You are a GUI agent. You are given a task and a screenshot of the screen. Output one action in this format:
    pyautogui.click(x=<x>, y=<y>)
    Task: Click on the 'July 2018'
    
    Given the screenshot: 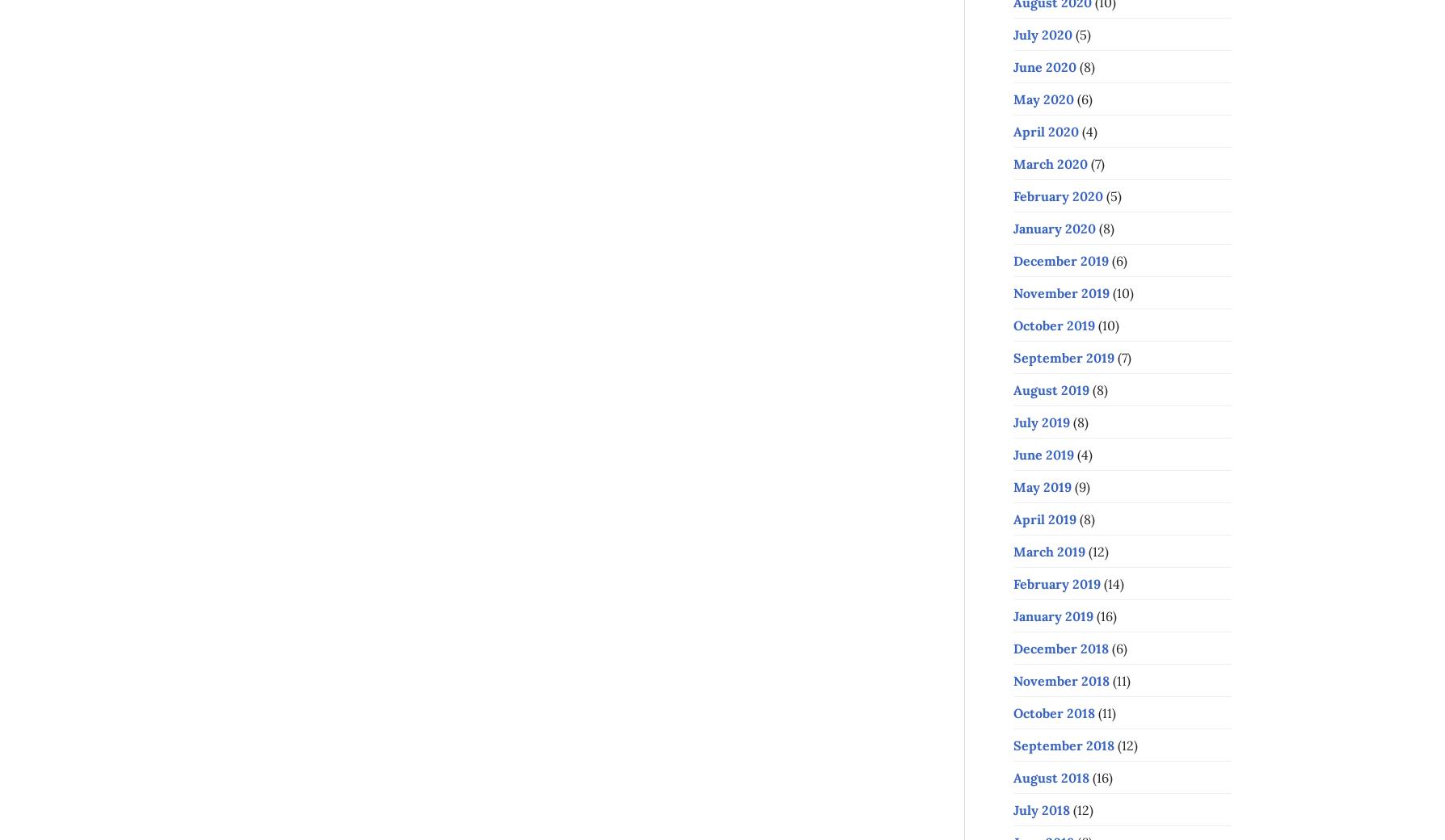 What is the action you would take?
    pyautogui.click(x=1040, y=809)
    